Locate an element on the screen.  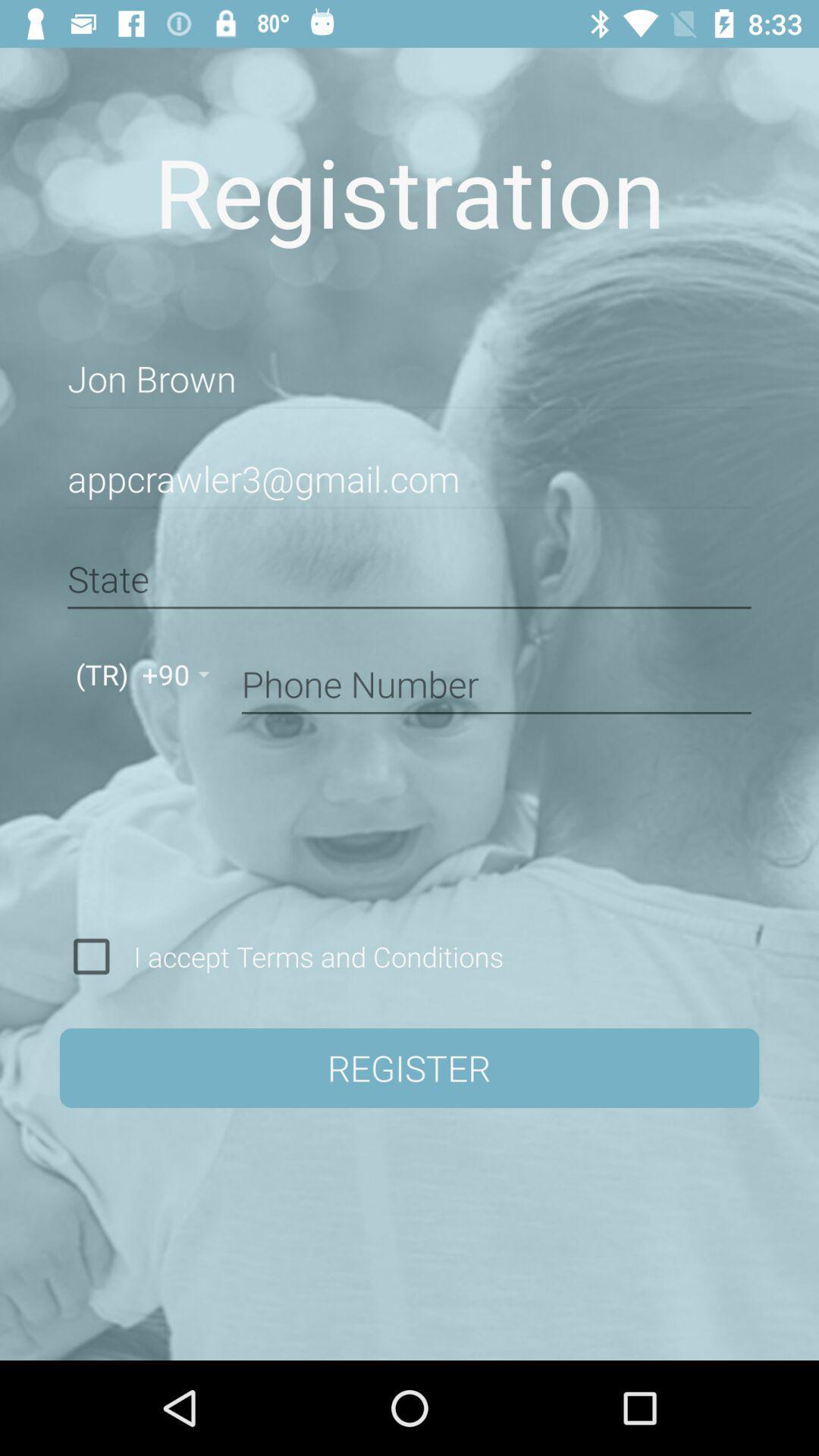
check to accept terms and conditions is located at coordinates (91, 955).